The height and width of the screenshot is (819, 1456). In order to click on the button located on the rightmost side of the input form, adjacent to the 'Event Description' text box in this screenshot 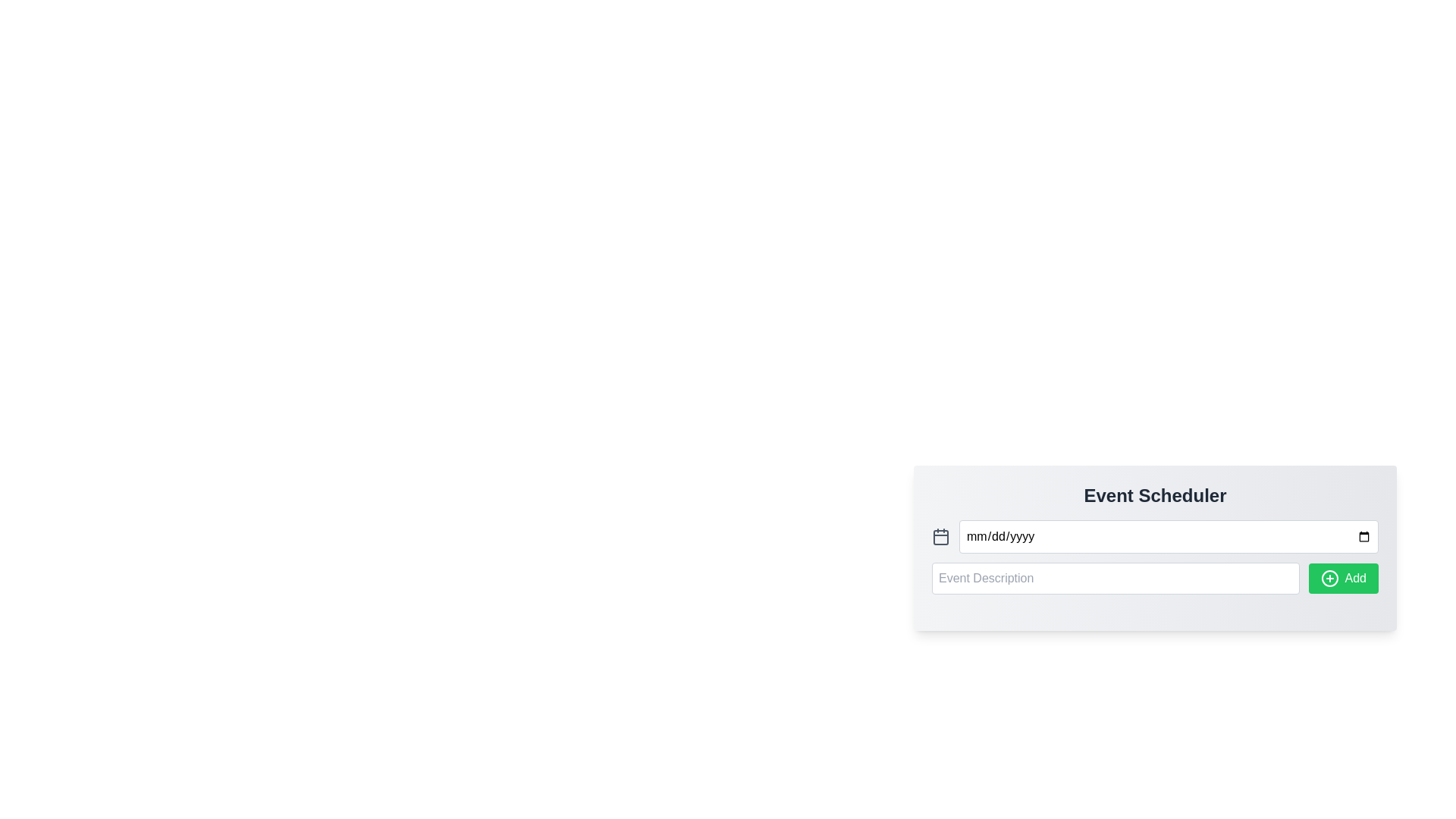, I will do `click(1343, 579)`.